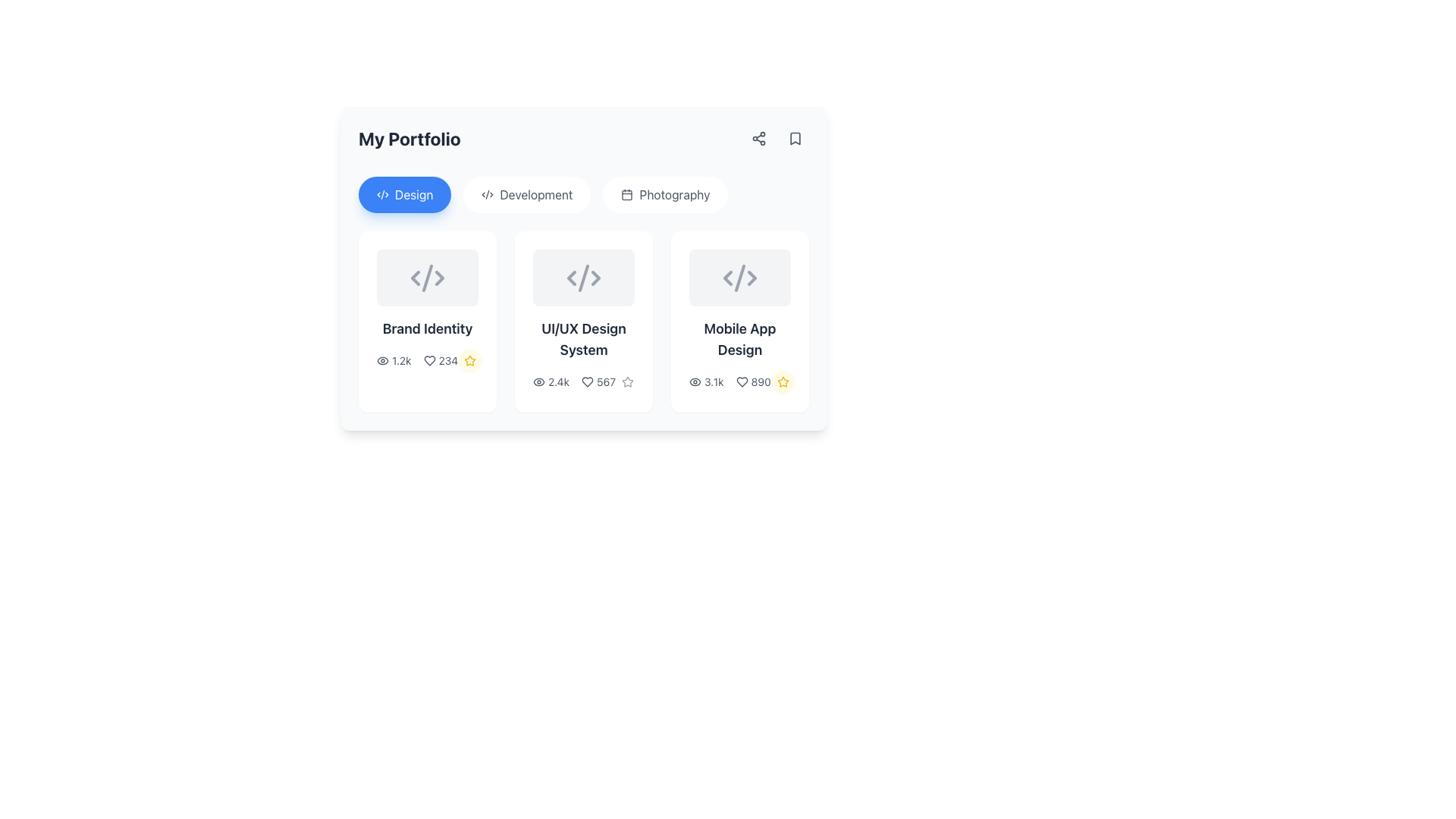  Describe the element at coordinates (382, 360) in the screenshot. I see `the eye icon representing visibility, located in the 'Brand Identity' card, which precedes the view count '1.2k'` at that location.